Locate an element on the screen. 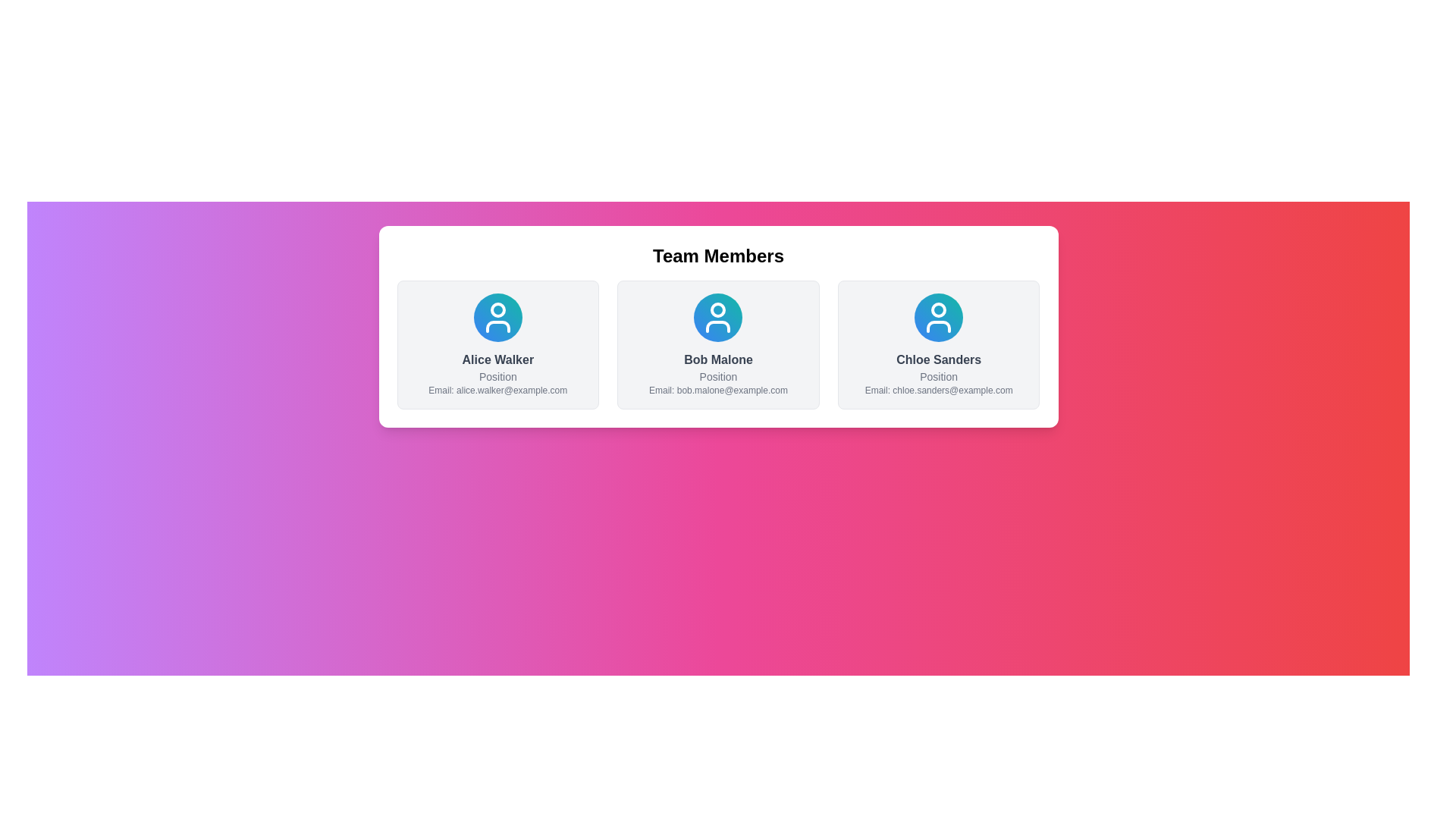  the user profile icon representing 'Alice Walker', located at the top of the first user profile card is located at coordinates (497, 317).